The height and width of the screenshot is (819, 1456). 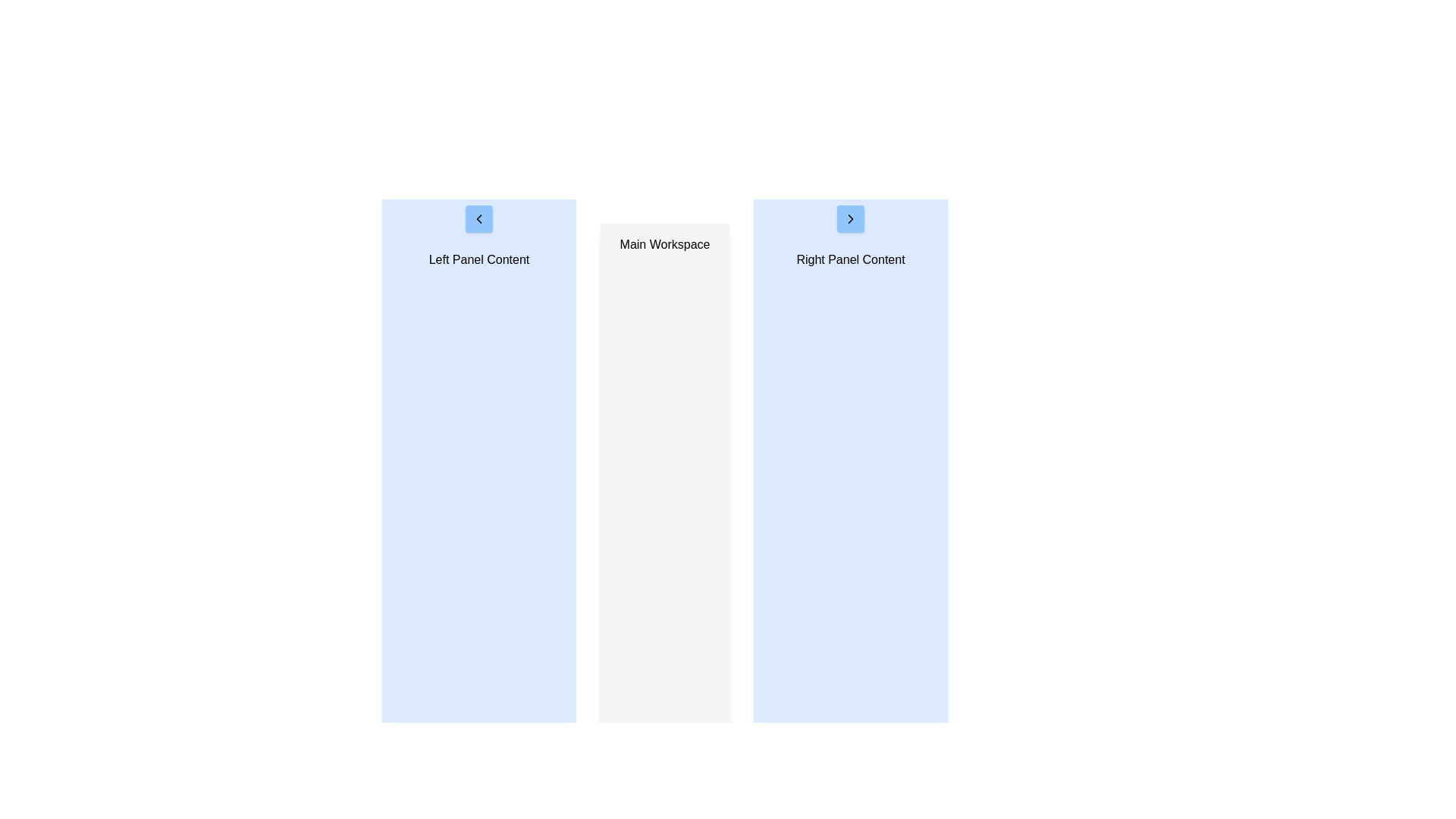 I want to click on the static text label stating 'Right Panel Content', which is centered within a light blue rectangular panel below a chevron-shaped button, so click(x=851, y=259).